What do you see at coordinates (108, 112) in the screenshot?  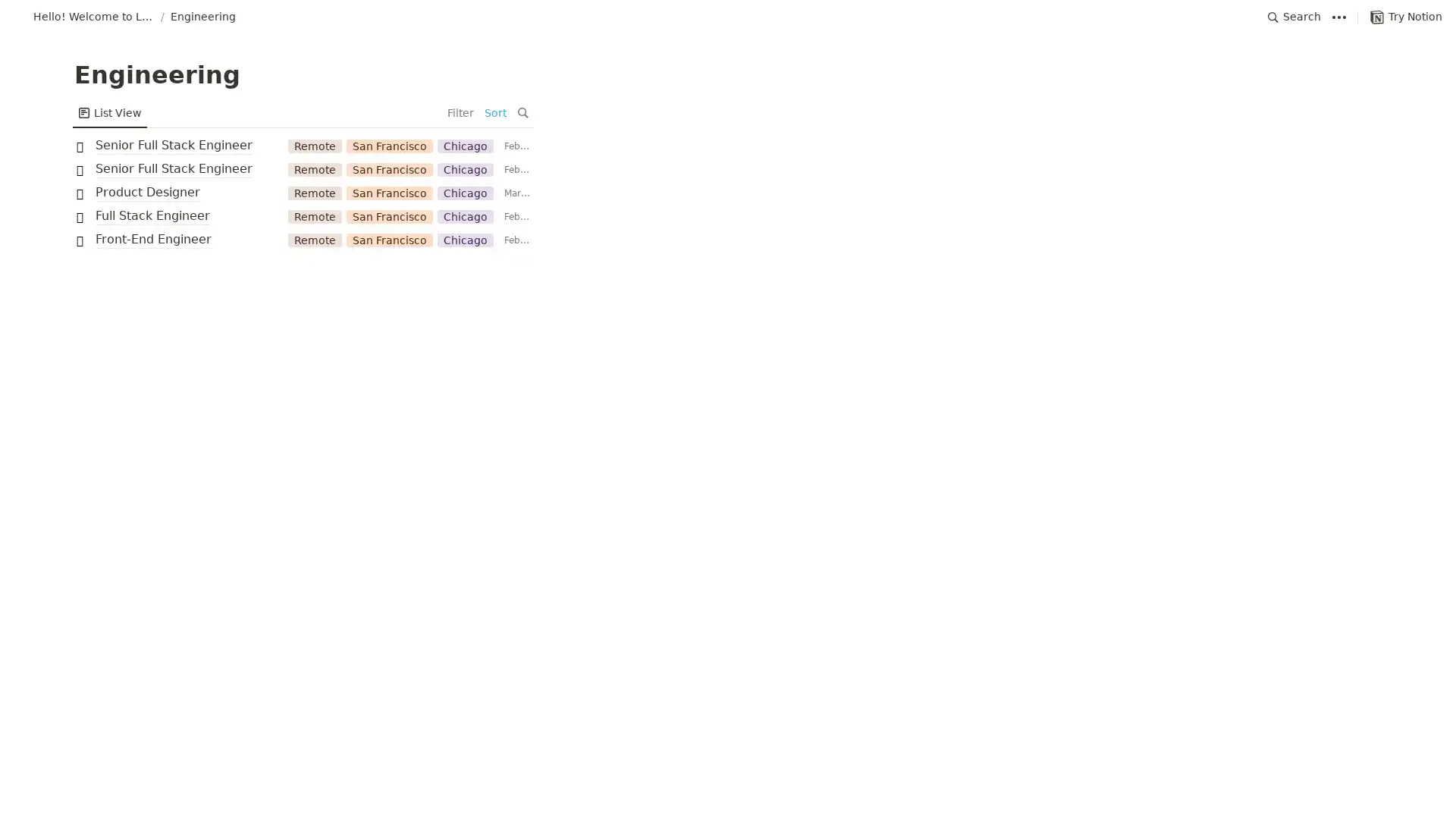 I see `List View` at bounding box center [108, 112].